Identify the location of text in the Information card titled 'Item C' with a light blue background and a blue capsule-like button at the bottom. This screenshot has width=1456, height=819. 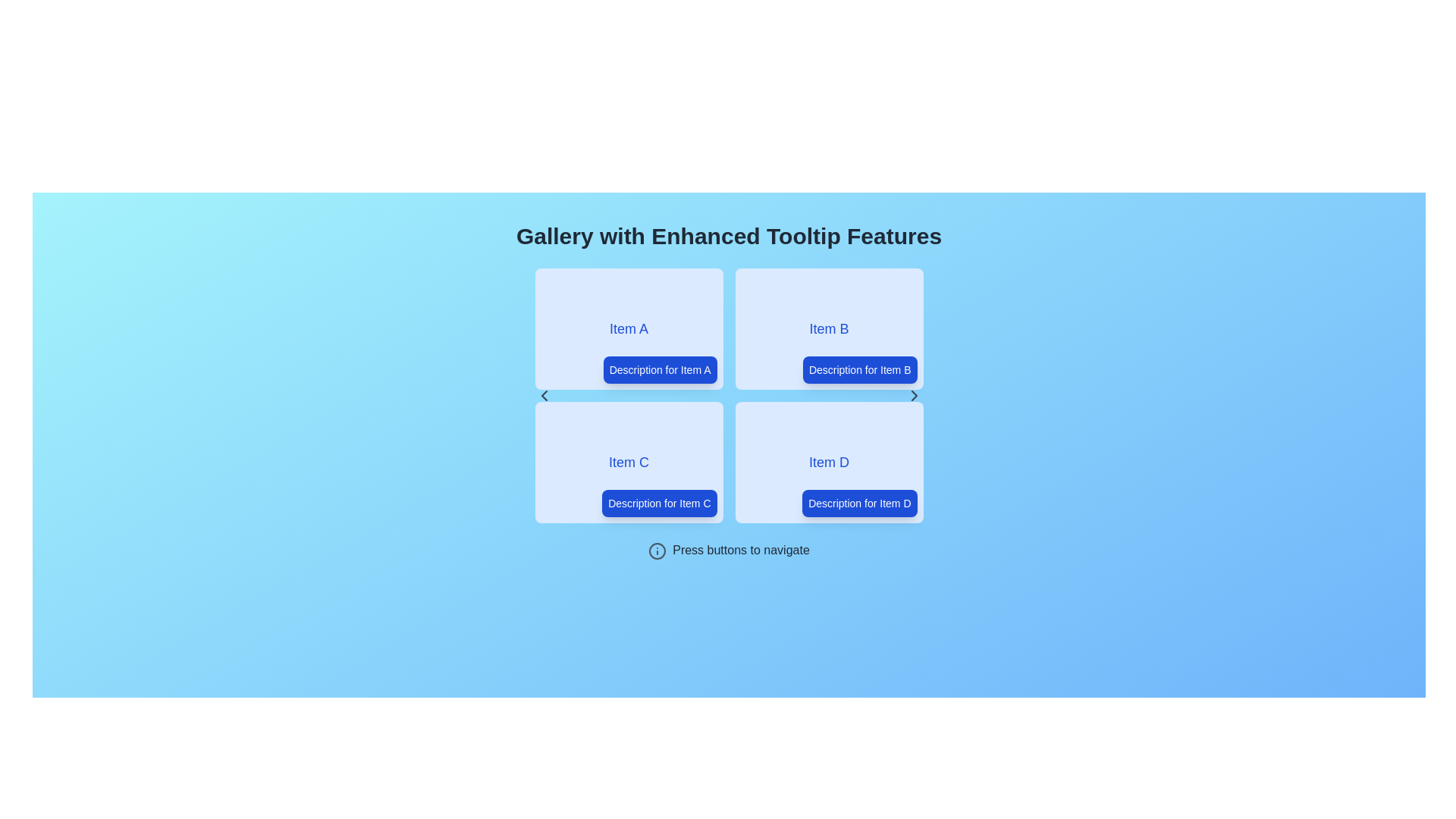
(629, 461).